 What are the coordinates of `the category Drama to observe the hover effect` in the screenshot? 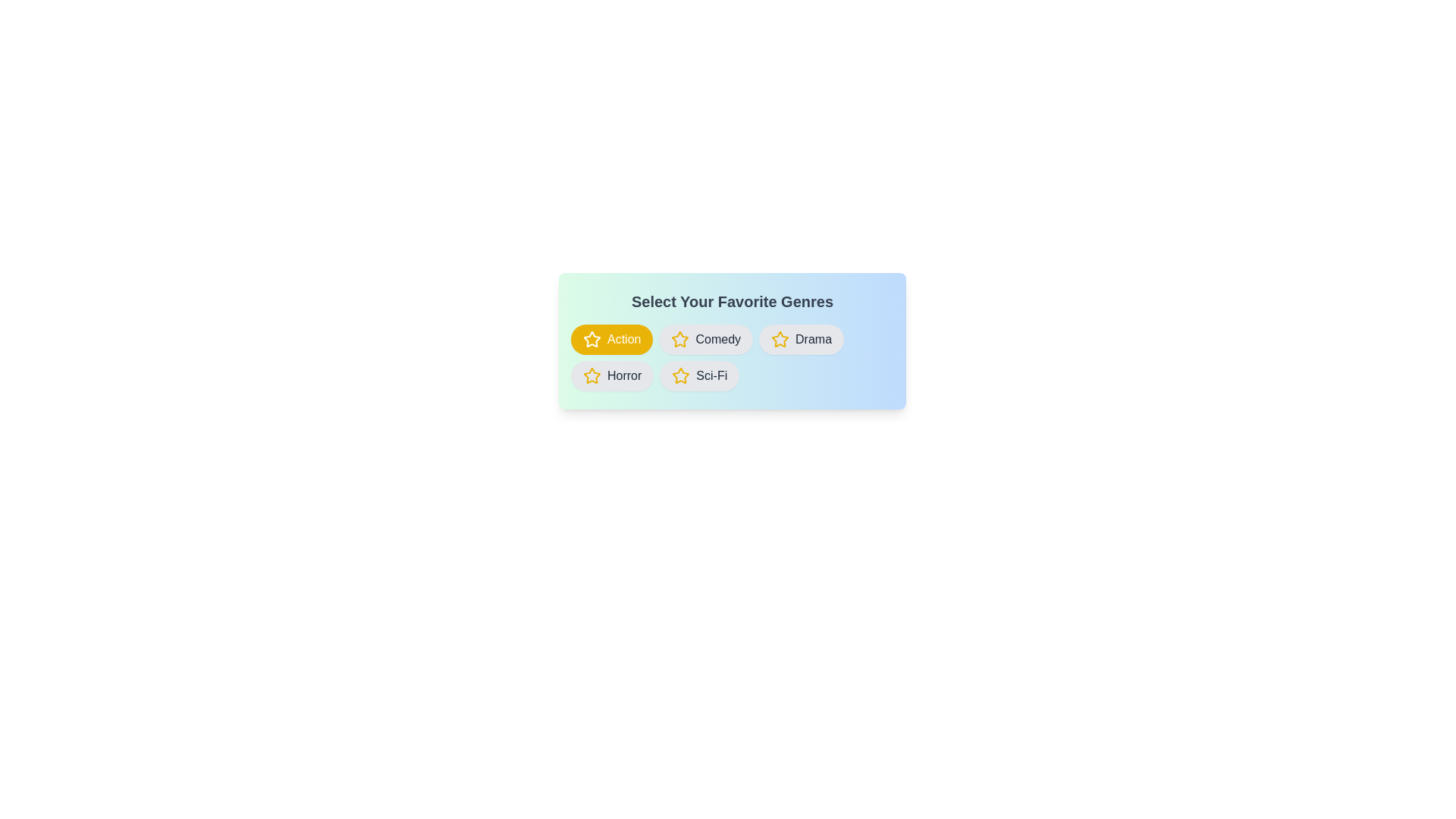 It's located at (800, 338).